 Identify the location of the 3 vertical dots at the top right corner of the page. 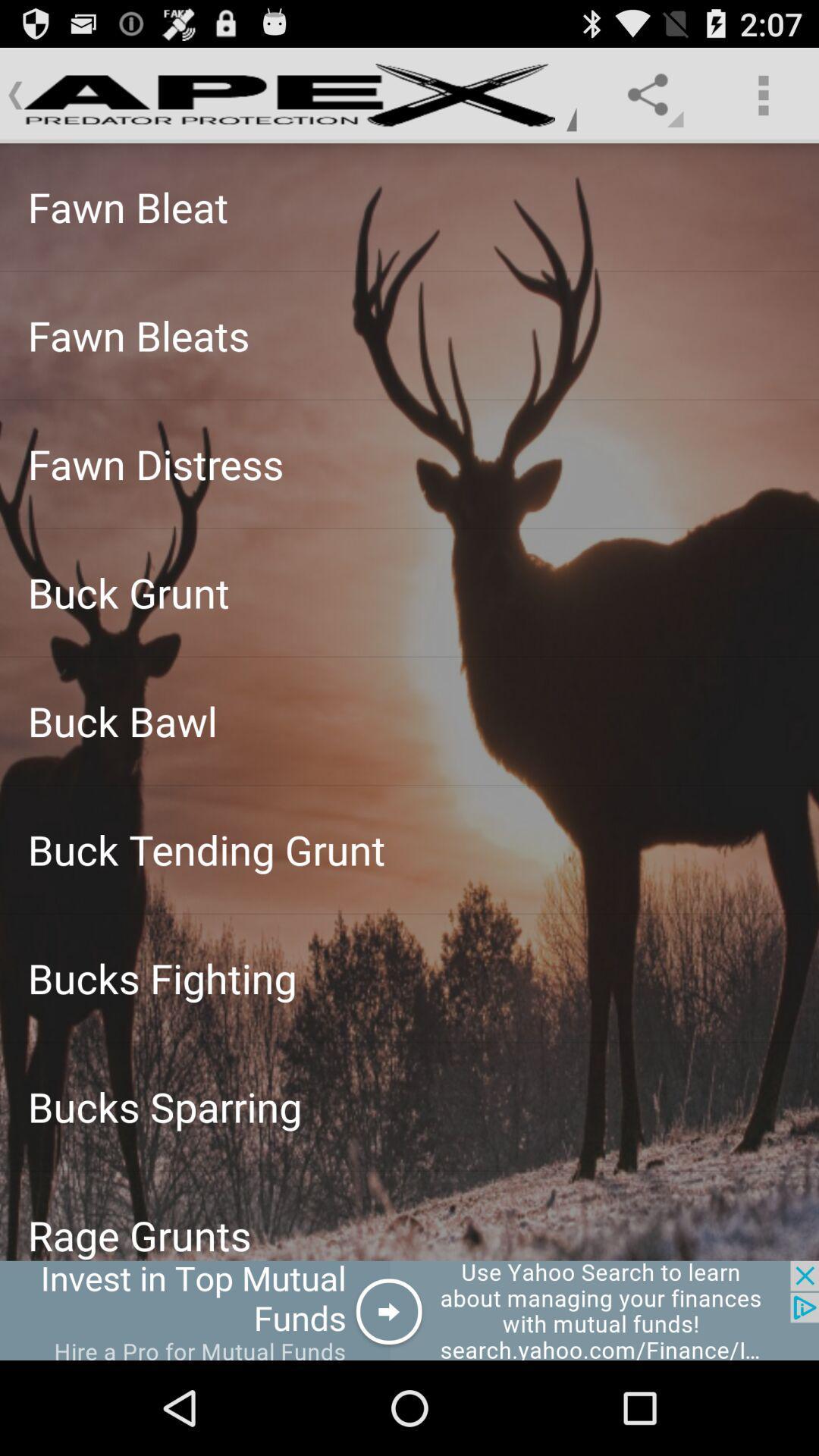
(763, 94).